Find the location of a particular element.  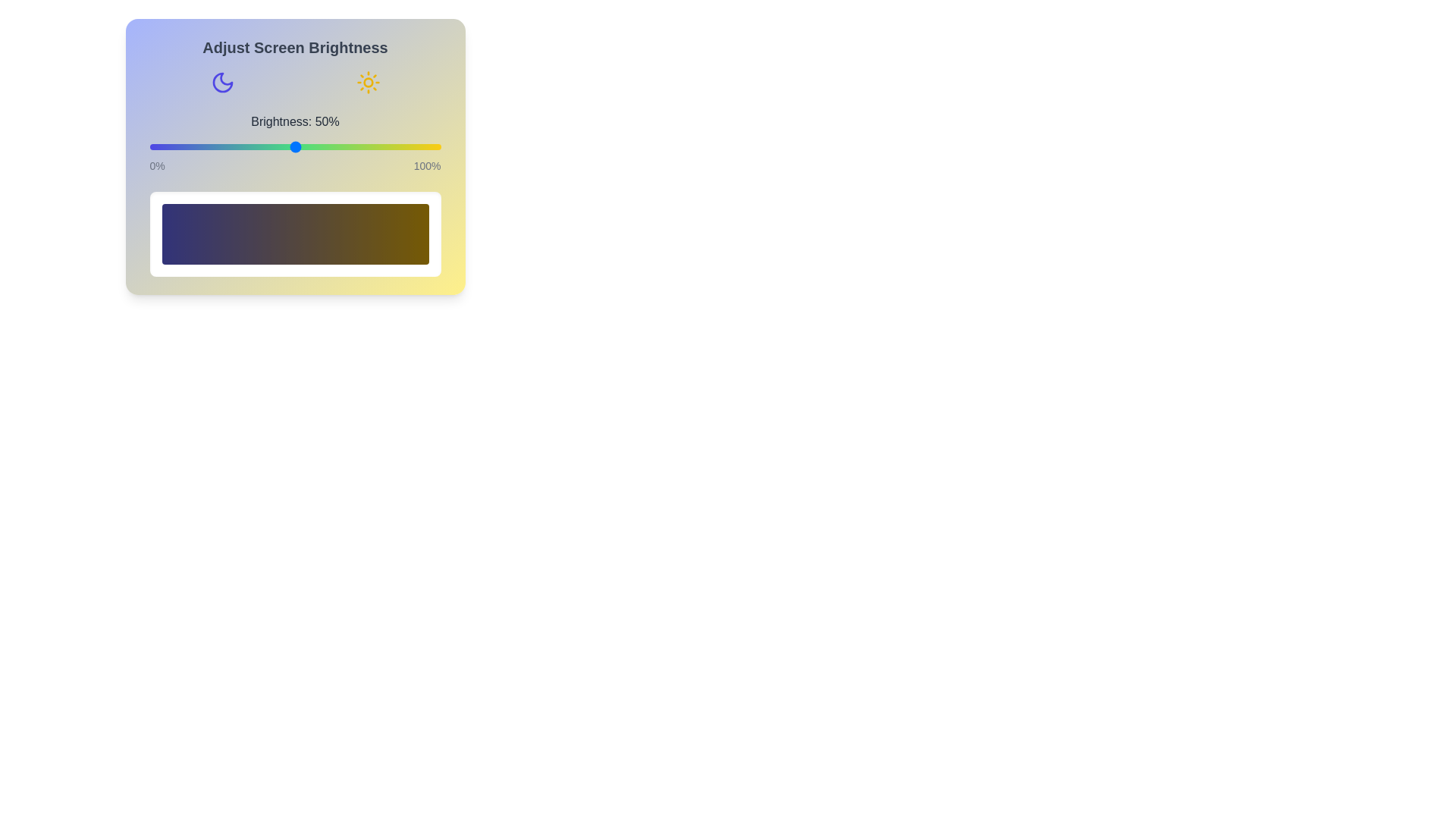

the brightness slider to 25% is located at coordinates (221, 146).